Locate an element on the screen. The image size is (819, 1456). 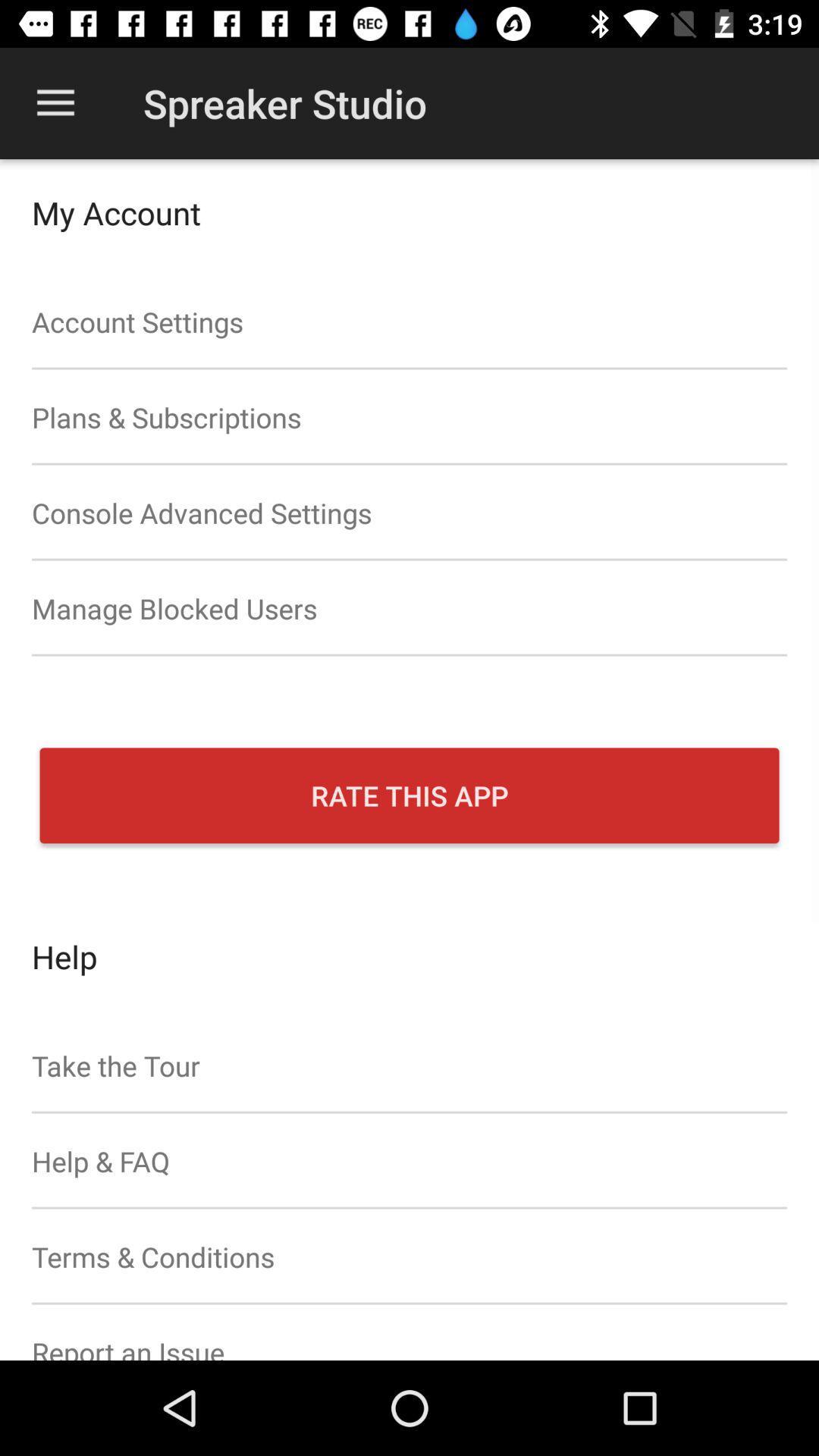
the icon below terms & conditions is located at coordinates (409, 1332).